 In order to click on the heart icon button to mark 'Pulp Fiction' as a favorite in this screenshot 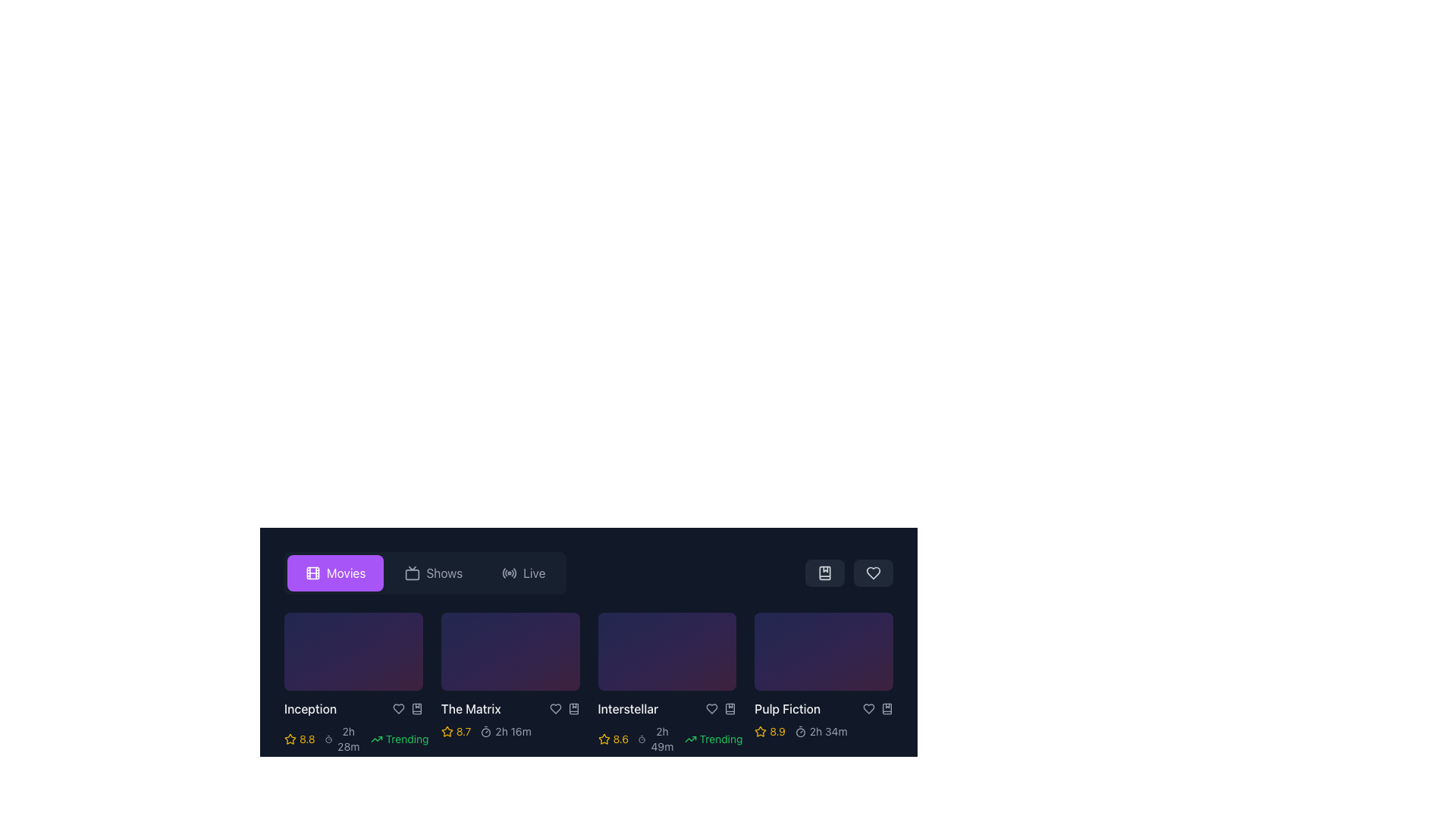, I will do `click(869, 708)`.